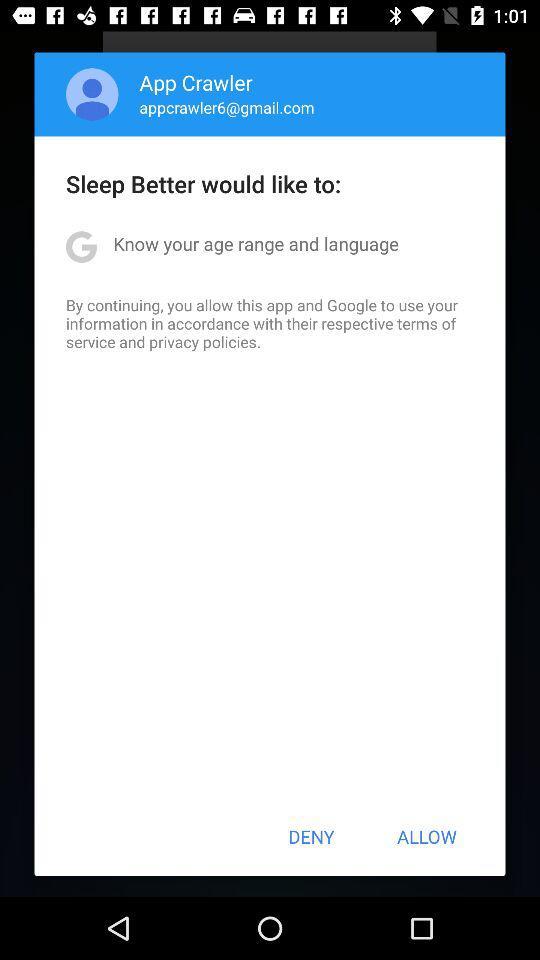 The width and height of the screenshot is (540, 960). Describe the element at coordinates (256, 242) in the screenshot. I see `know your age app` at that location.